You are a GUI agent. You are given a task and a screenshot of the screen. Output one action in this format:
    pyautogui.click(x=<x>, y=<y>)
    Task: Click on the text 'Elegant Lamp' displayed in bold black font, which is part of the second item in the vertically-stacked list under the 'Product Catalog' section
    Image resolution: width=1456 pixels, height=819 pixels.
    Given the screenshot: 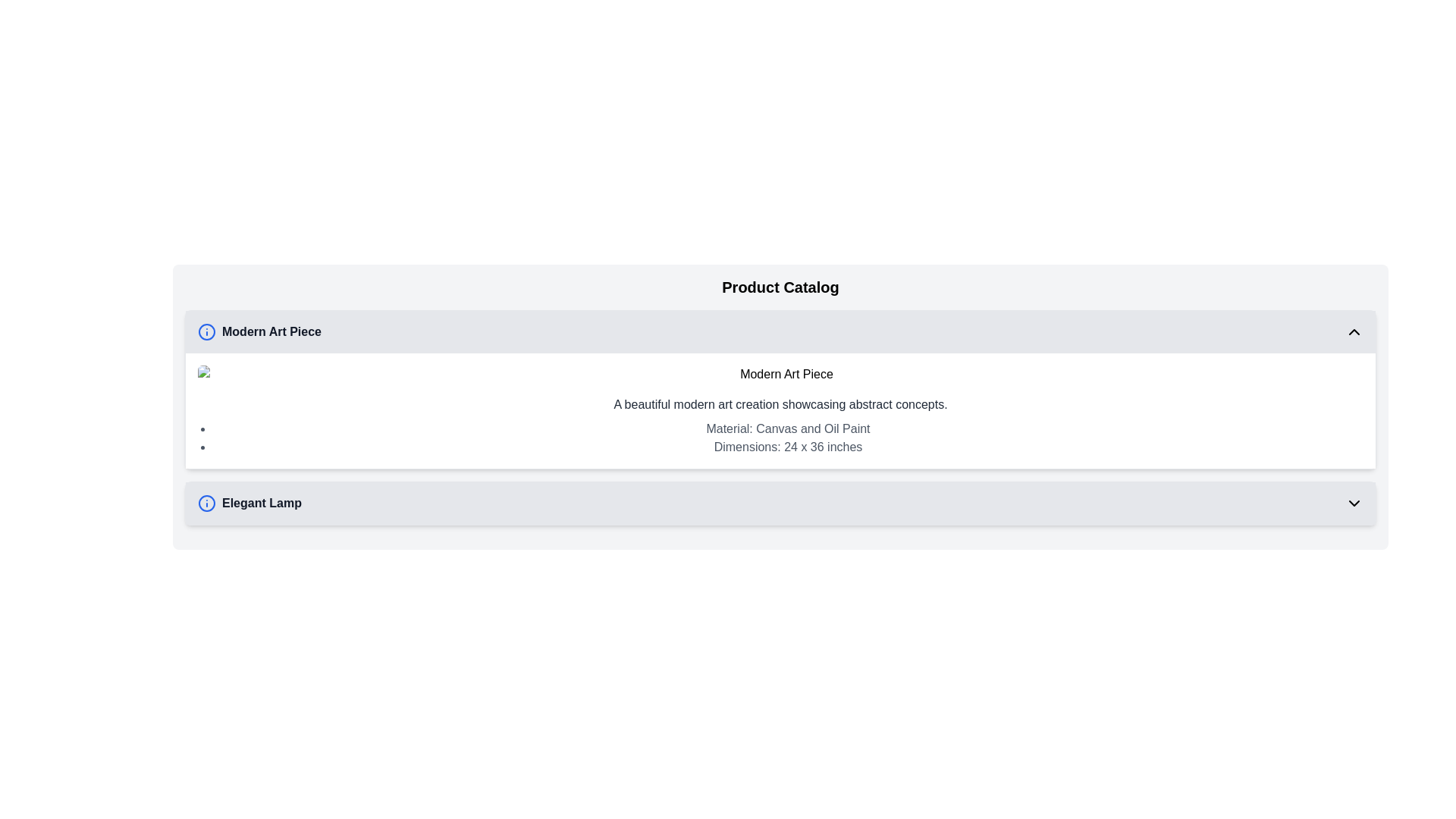 What is the action you would take?
    pyautogui.click(x=249, y=503)
    